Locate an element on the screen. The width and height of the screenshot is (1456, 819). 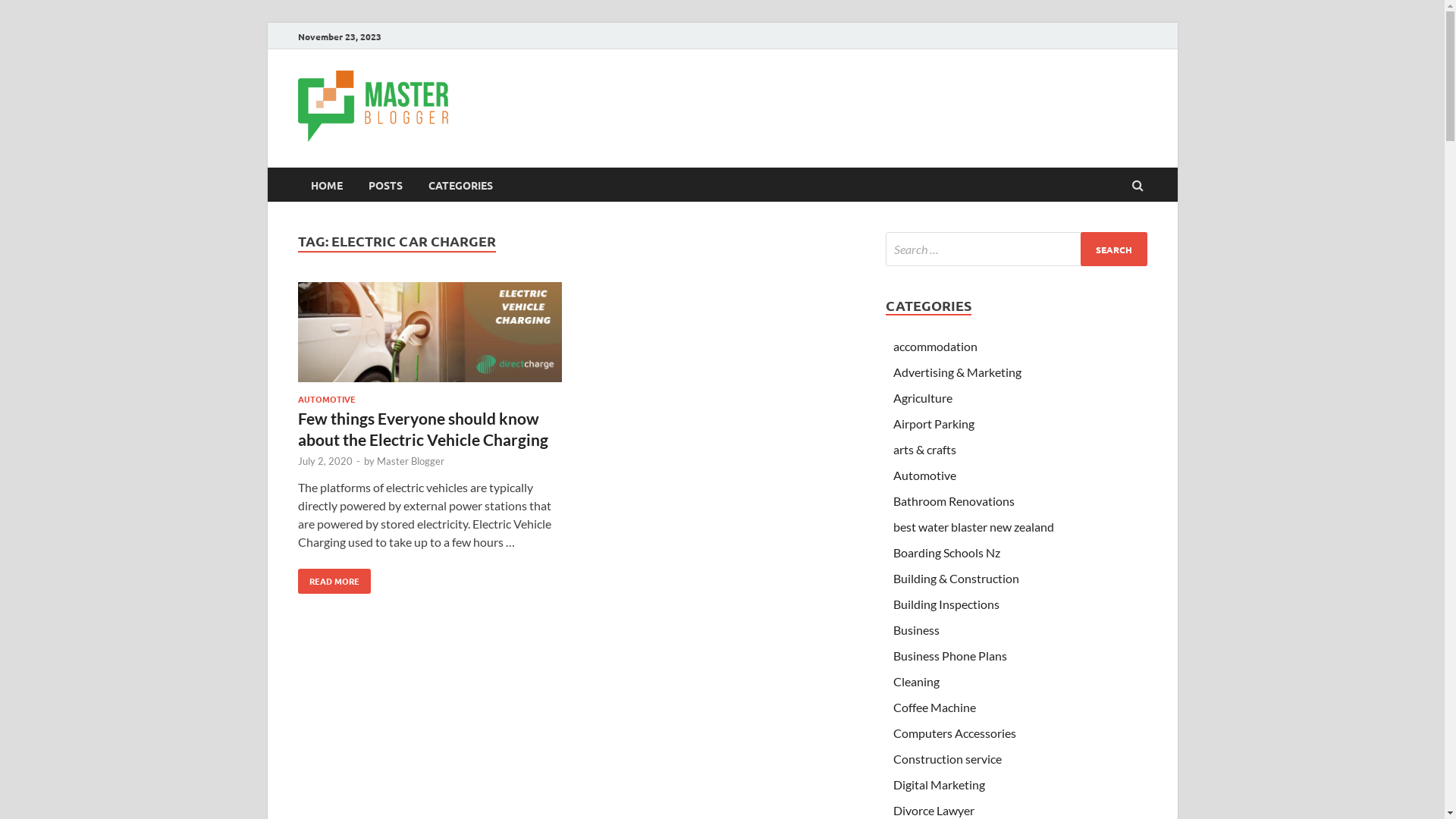
'POSTS' is located at coordinates (384, 184).